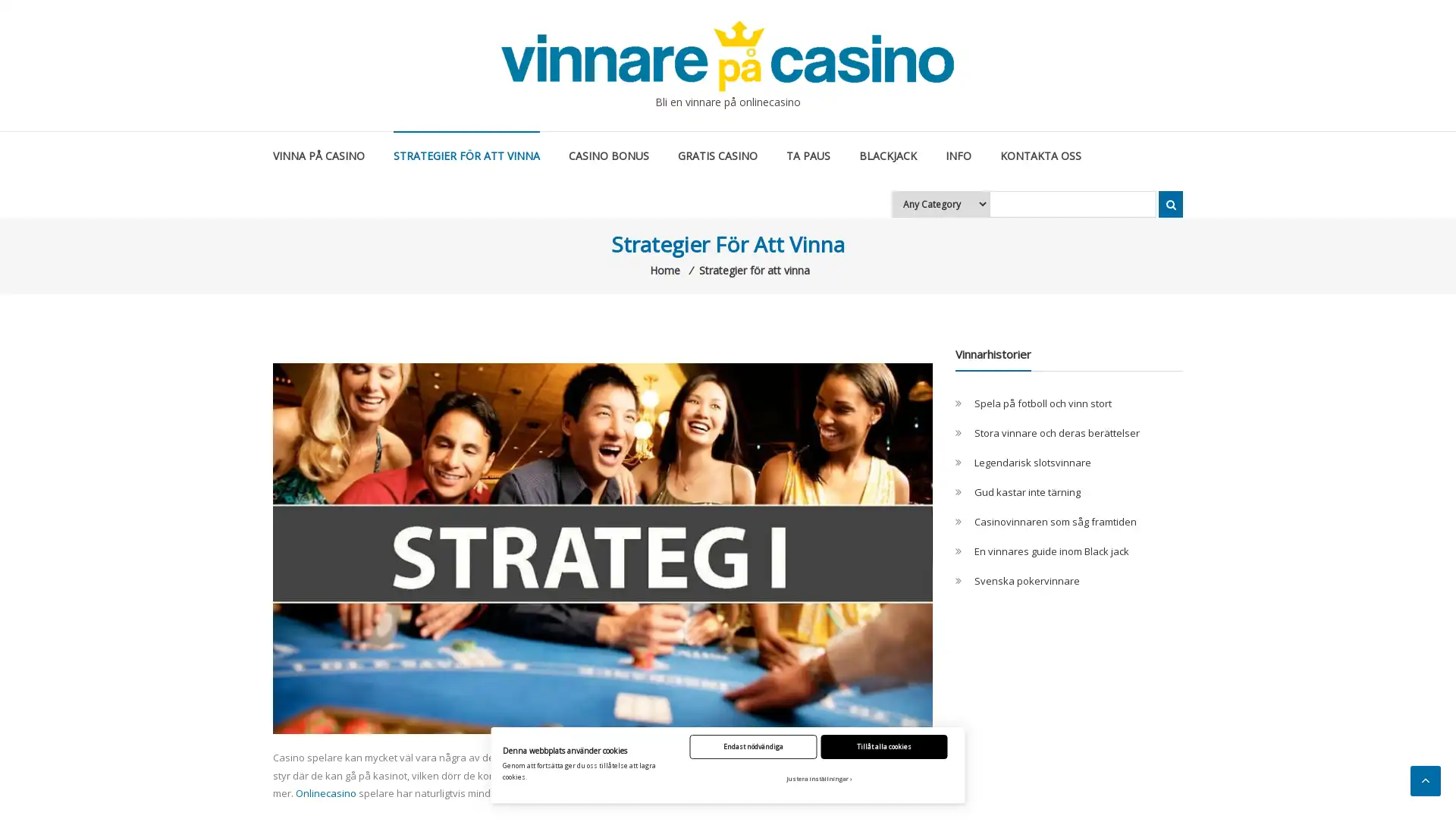 This screenshot has height=819, width=1456. Describe the element at coordinates (817, 779) in the screenshot. I see `Justera installningar` at that location.